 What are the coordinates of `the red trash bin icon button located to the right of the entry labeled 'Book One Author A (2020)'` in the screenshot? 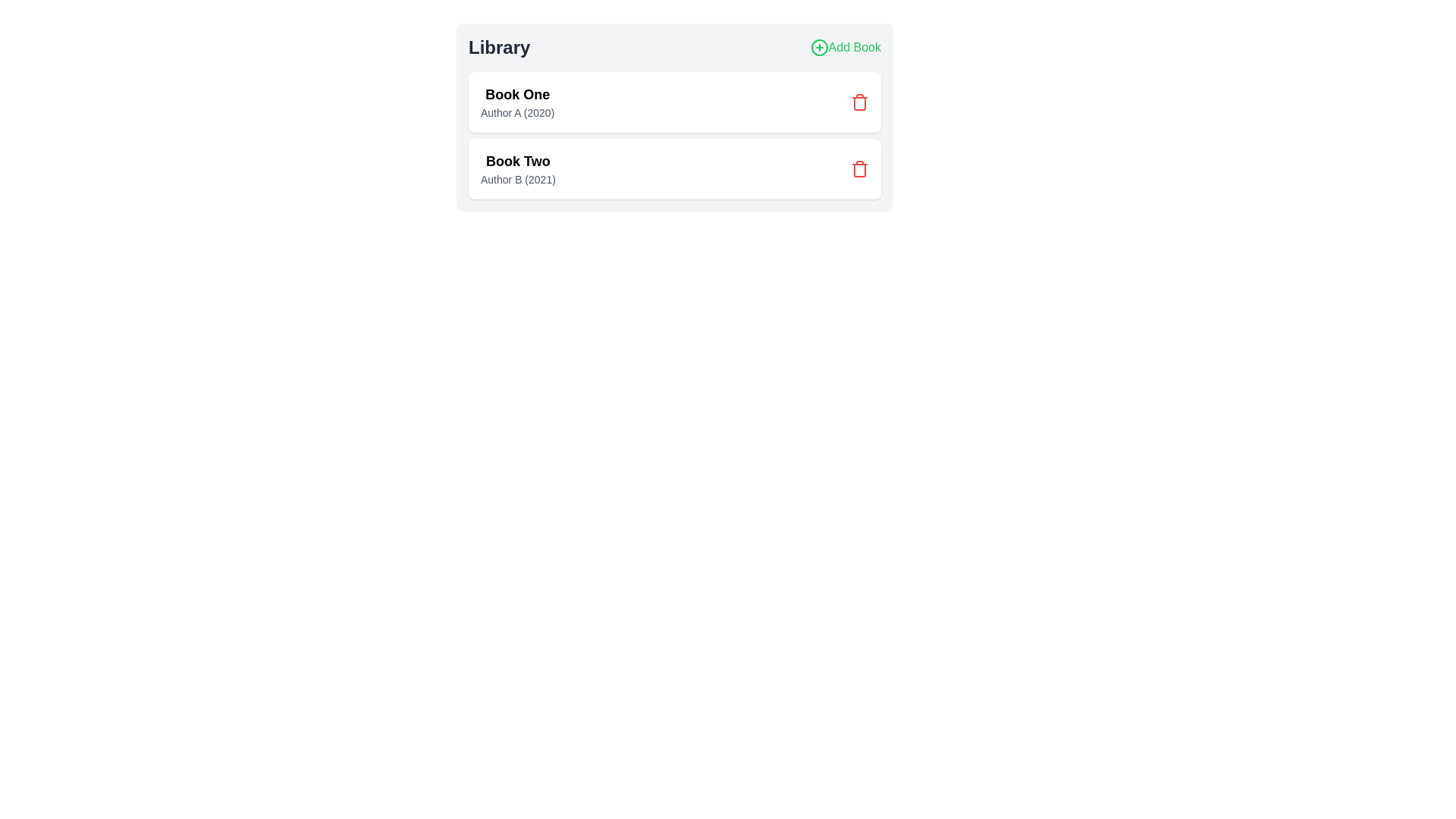 It's located at (859, 102).